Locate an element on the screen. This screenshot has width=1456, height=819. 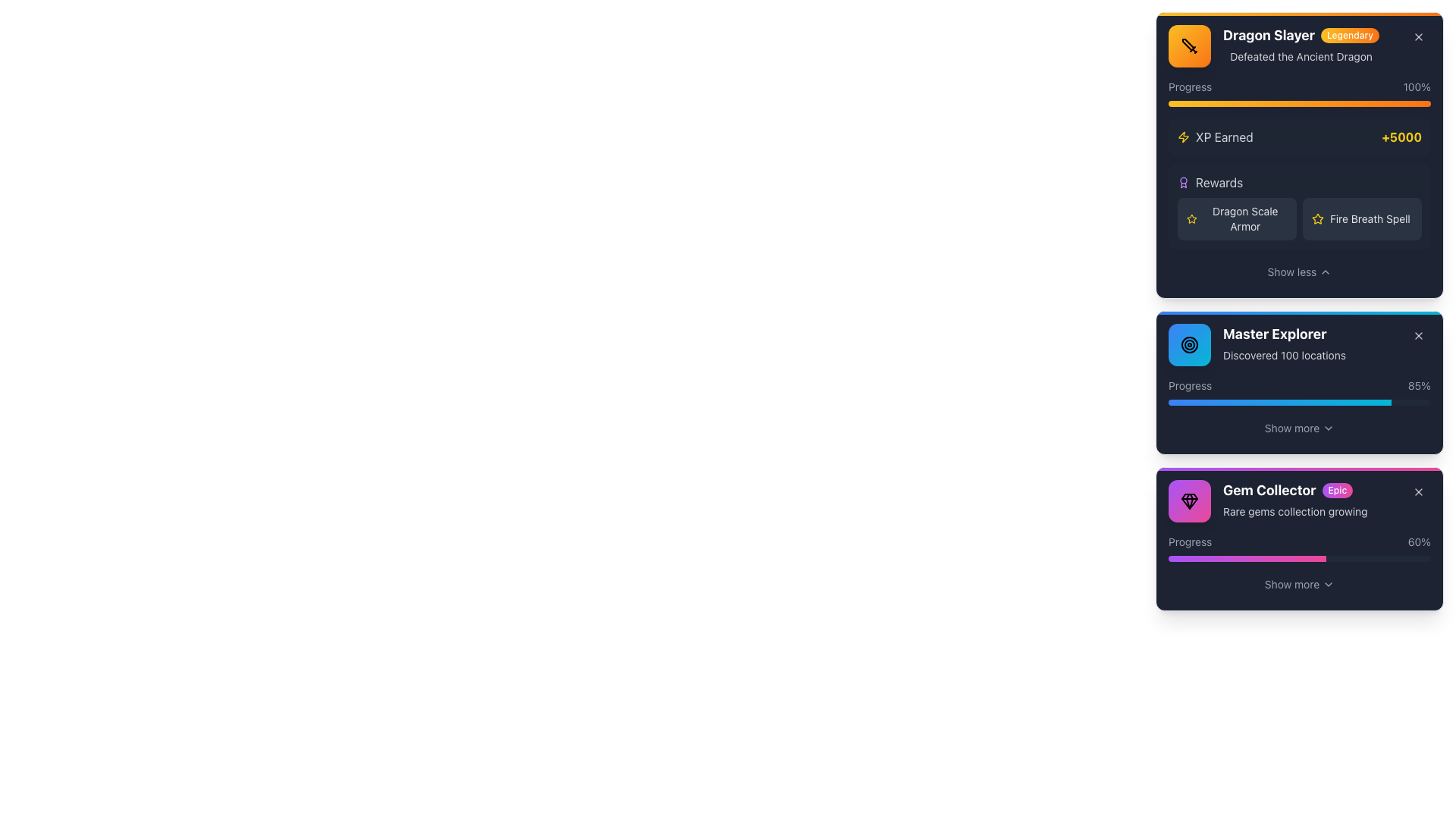
the second card in the vertically stacked list that includes a progress bar and an expandable details feature, located below the 'Dragon Slayer' card and above the 'Gem Collector' card is located at coordinates (1298, 382).